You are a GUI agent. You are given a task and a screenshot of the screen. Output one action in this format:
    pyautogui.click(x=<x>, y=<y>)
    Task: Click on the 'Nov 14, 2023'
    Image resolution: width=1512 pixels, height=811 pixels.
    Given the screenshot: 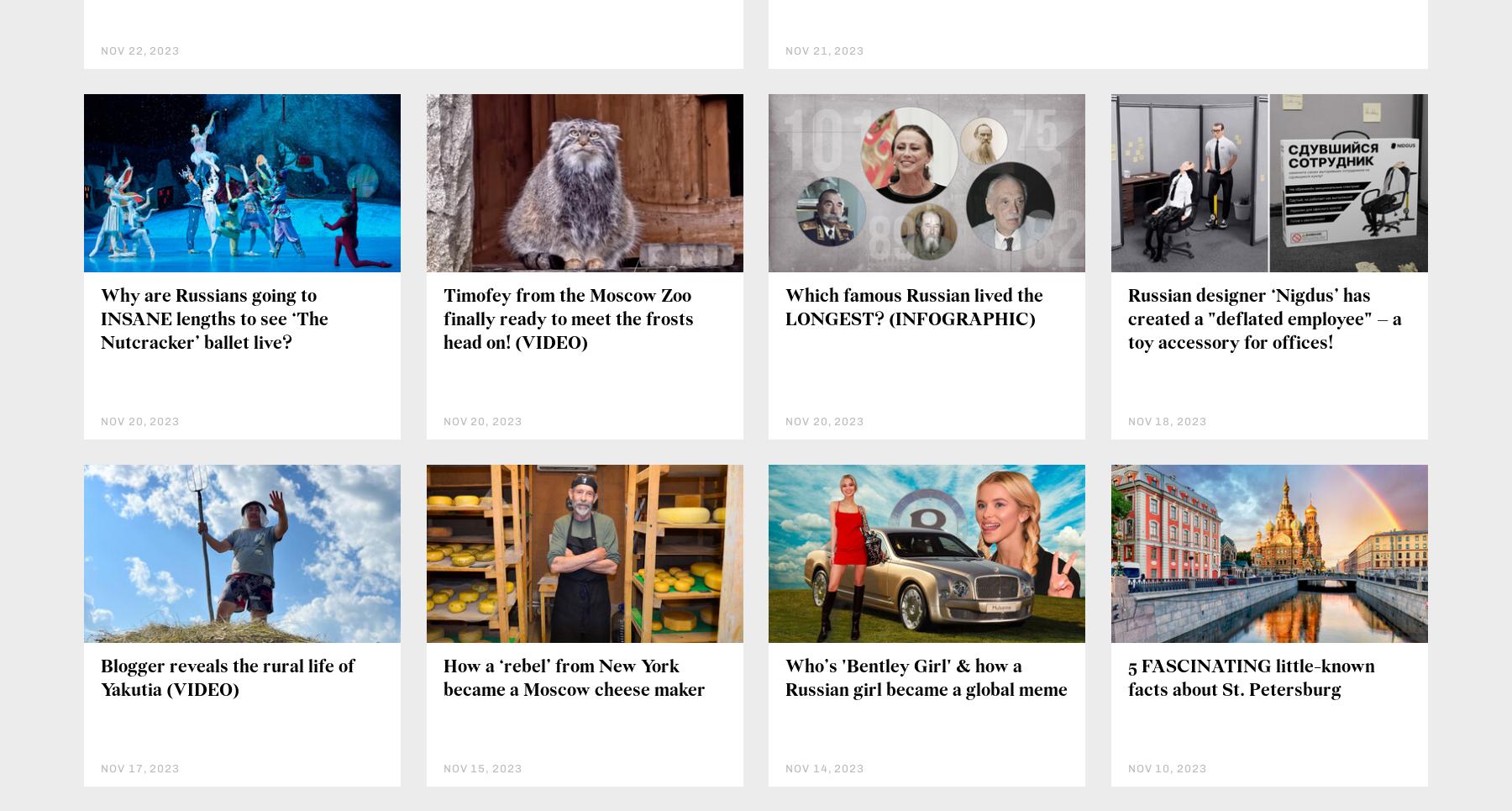 What is the action you would take?
    pyautogui.click(x=824, y=766)
    